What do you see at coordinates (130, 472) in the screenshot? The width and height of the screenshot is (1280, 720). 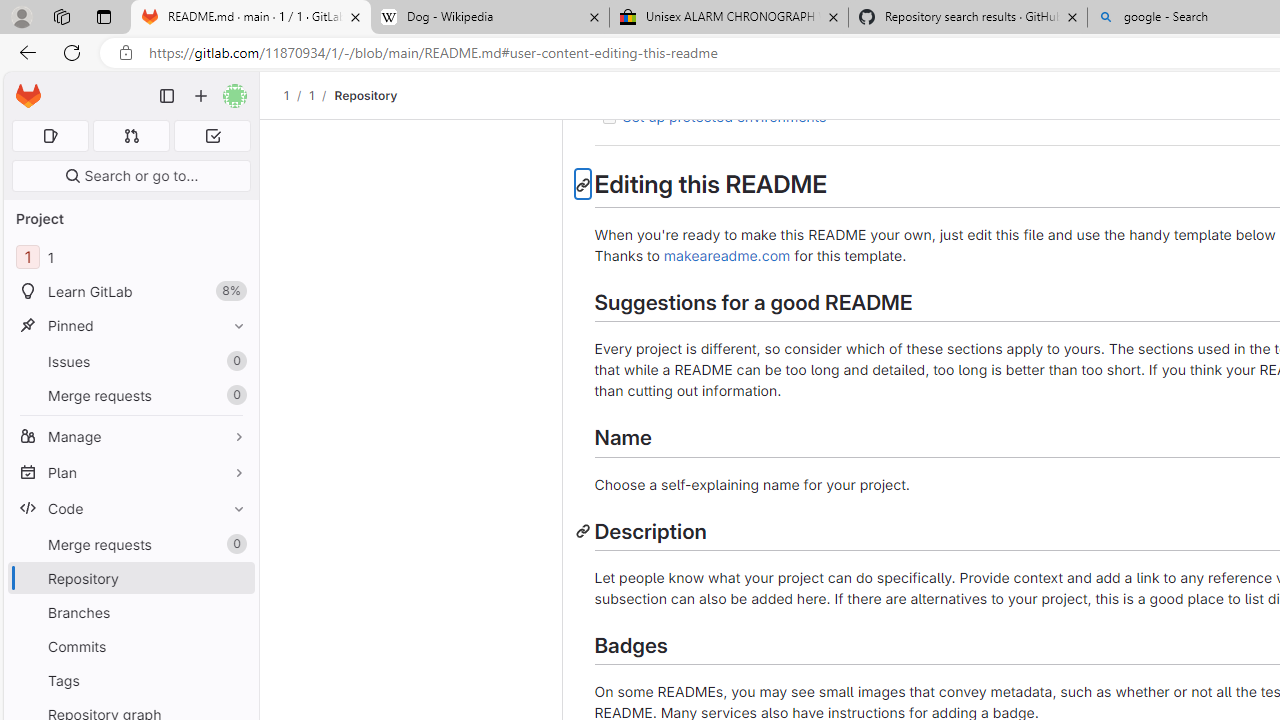 I see `'Plan'` at bounding box center [130, 472].